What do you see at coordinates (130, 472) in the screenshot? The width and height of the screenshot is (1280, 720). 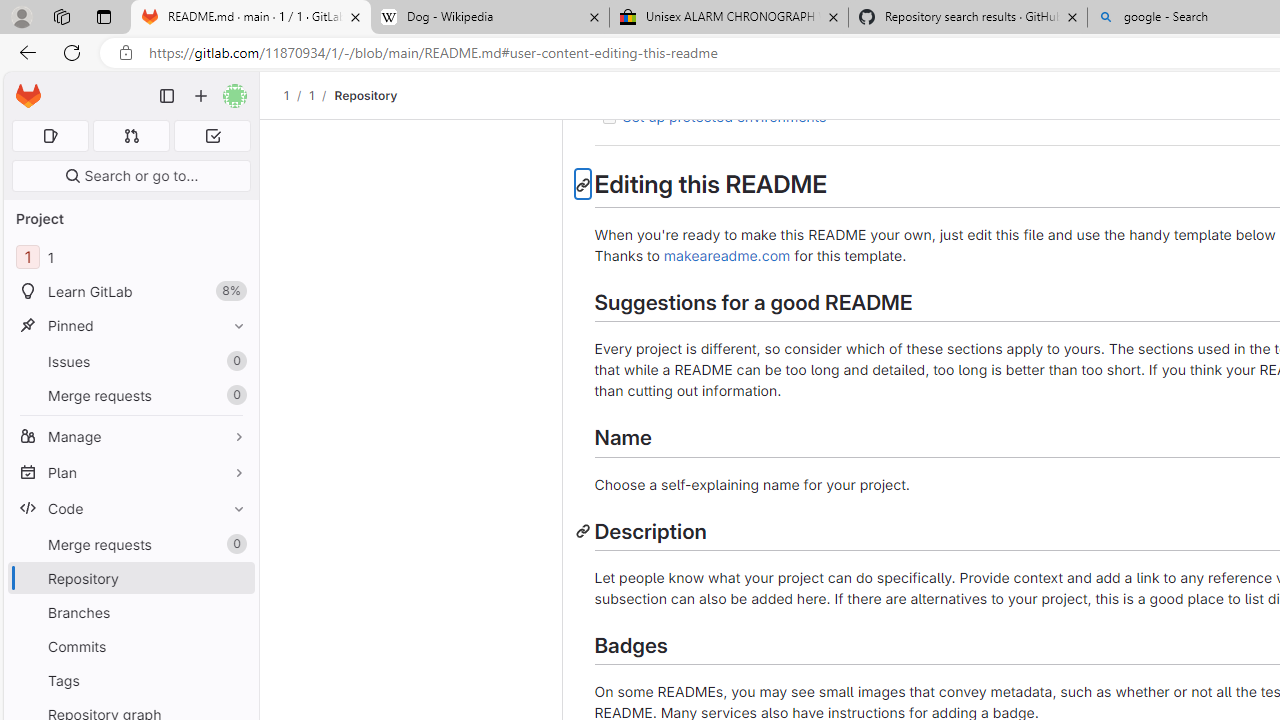 I see `'Plan'` at bounding box center [130, 472].